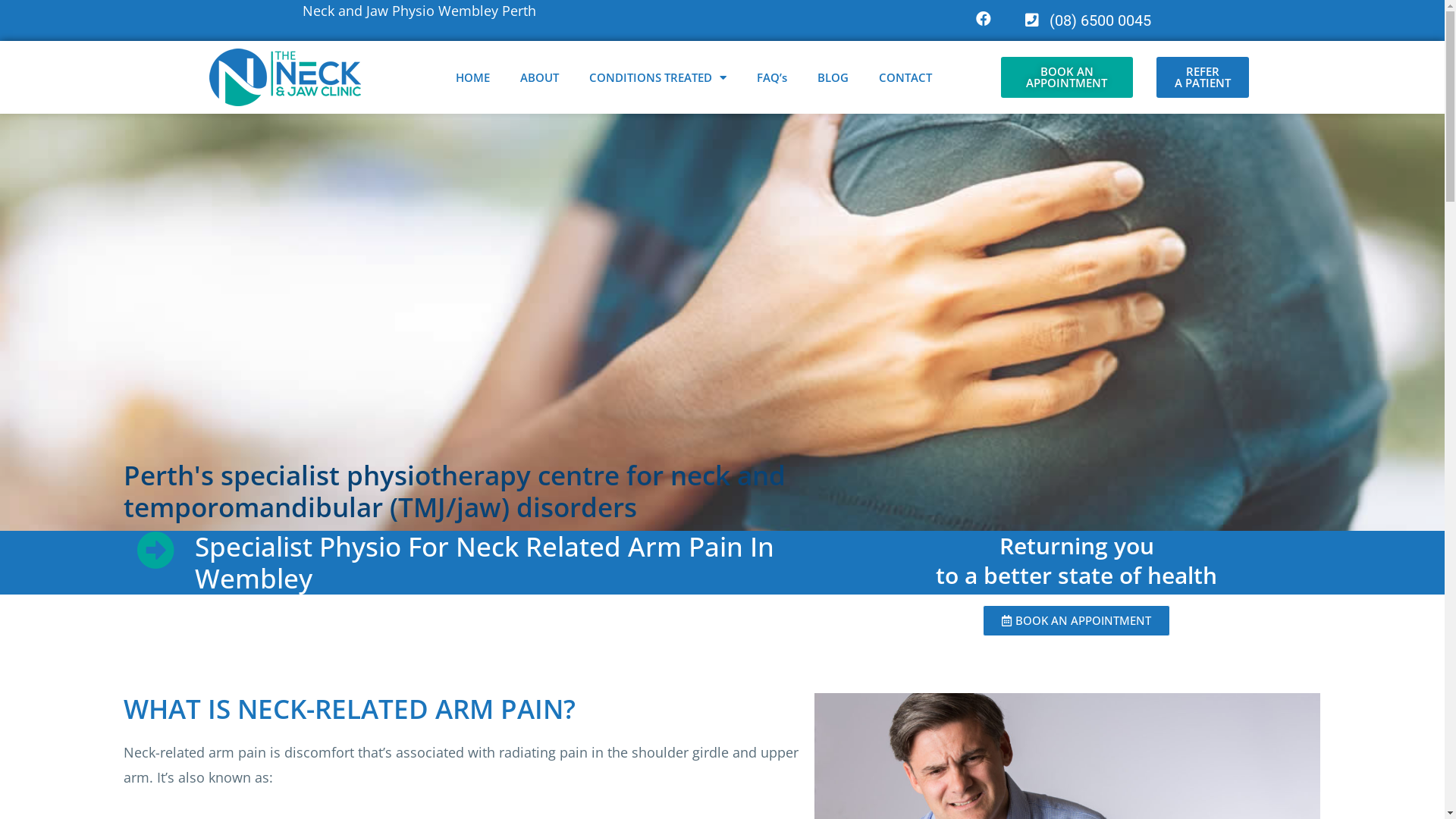 The width and height of the screenshot is (1456, 819). I want to click on 'CONTACT', so click(905, 77).